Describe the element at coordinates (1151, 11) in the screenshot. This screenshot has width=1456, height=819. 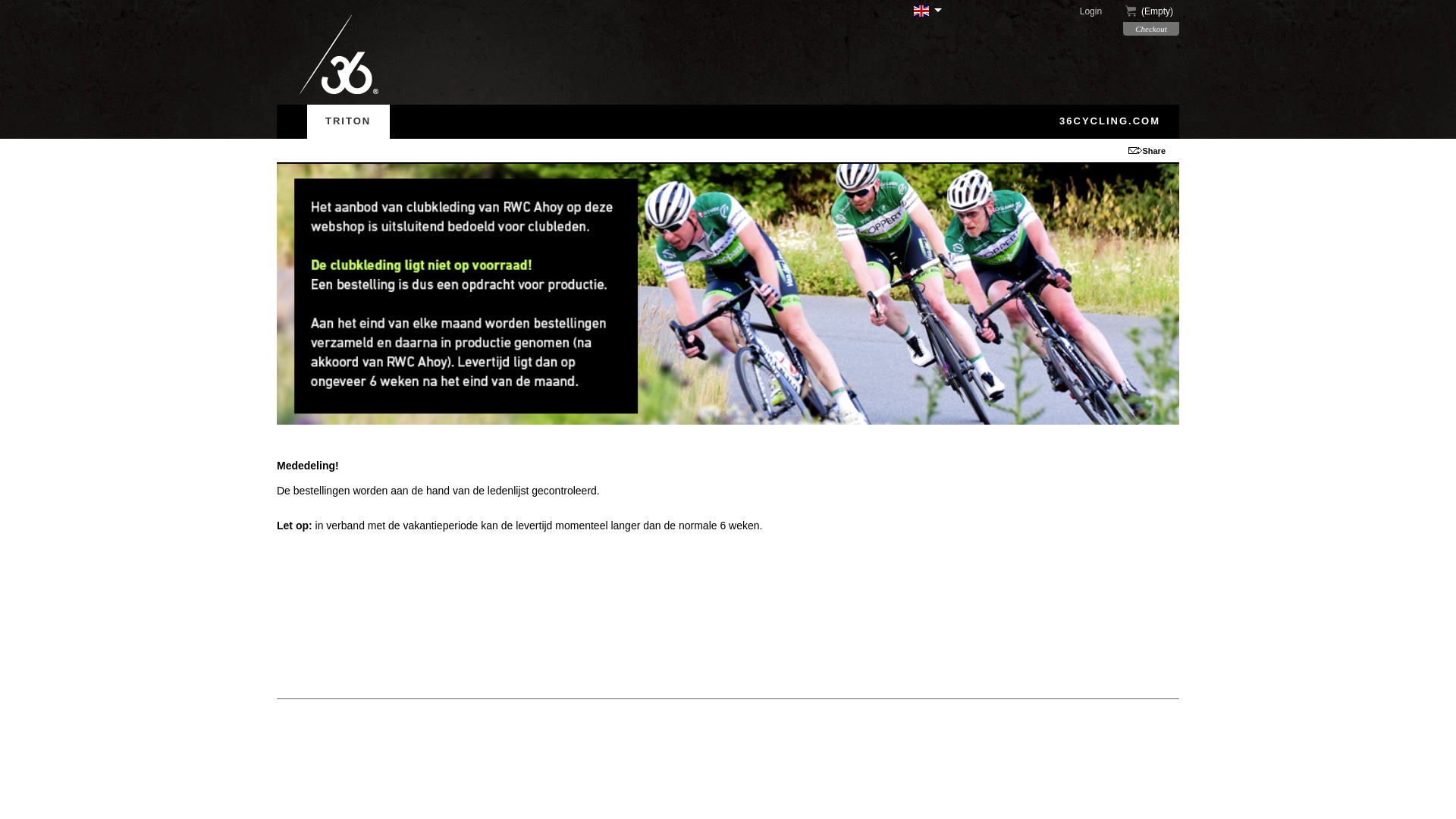
I see `'(Empty)'` at that location.